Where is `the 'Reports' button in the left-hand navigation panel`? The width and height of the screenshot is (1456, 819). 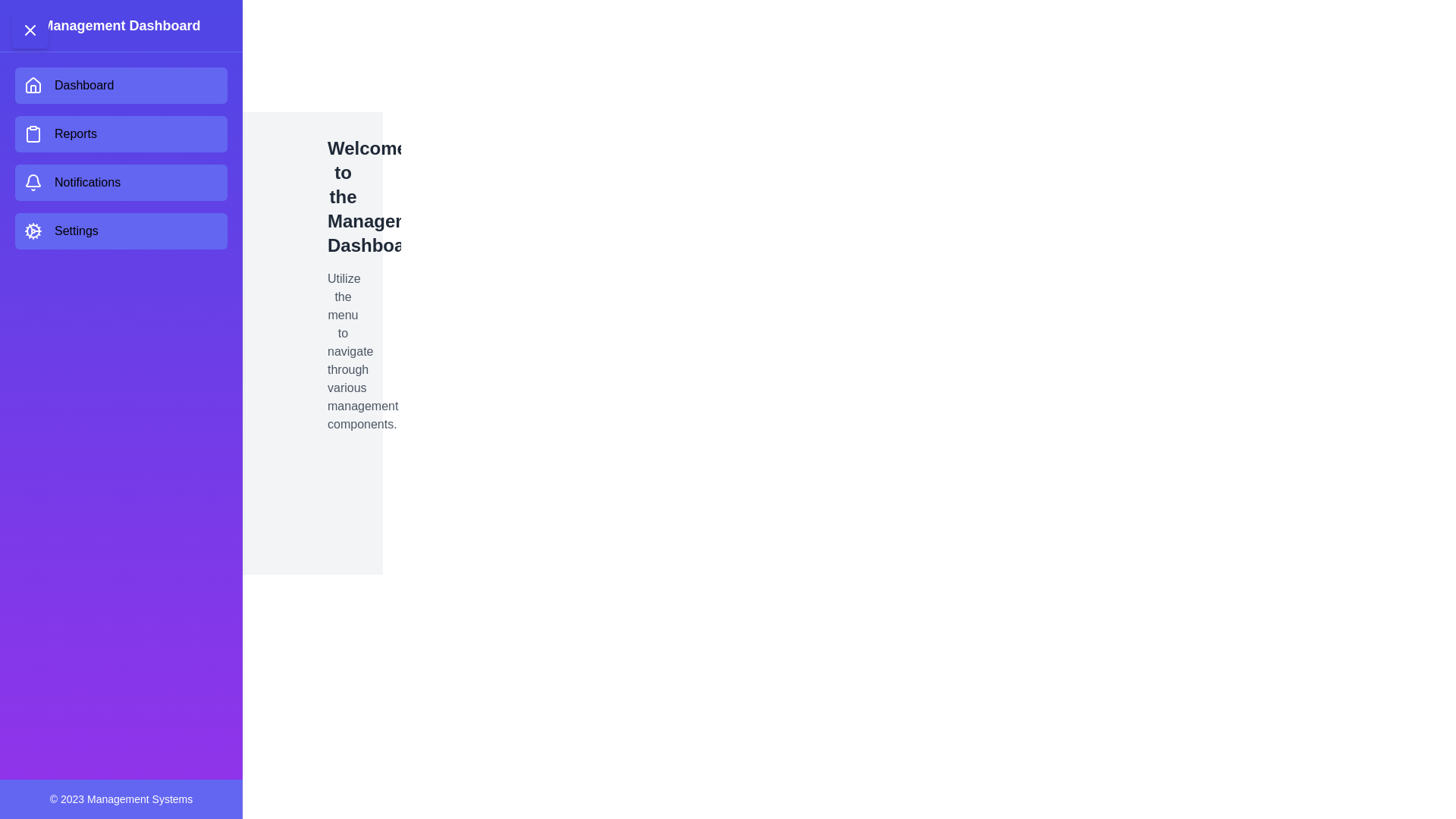 the 'Reports' button in the left-hand navigation panel is located at coordinates (120, 133).